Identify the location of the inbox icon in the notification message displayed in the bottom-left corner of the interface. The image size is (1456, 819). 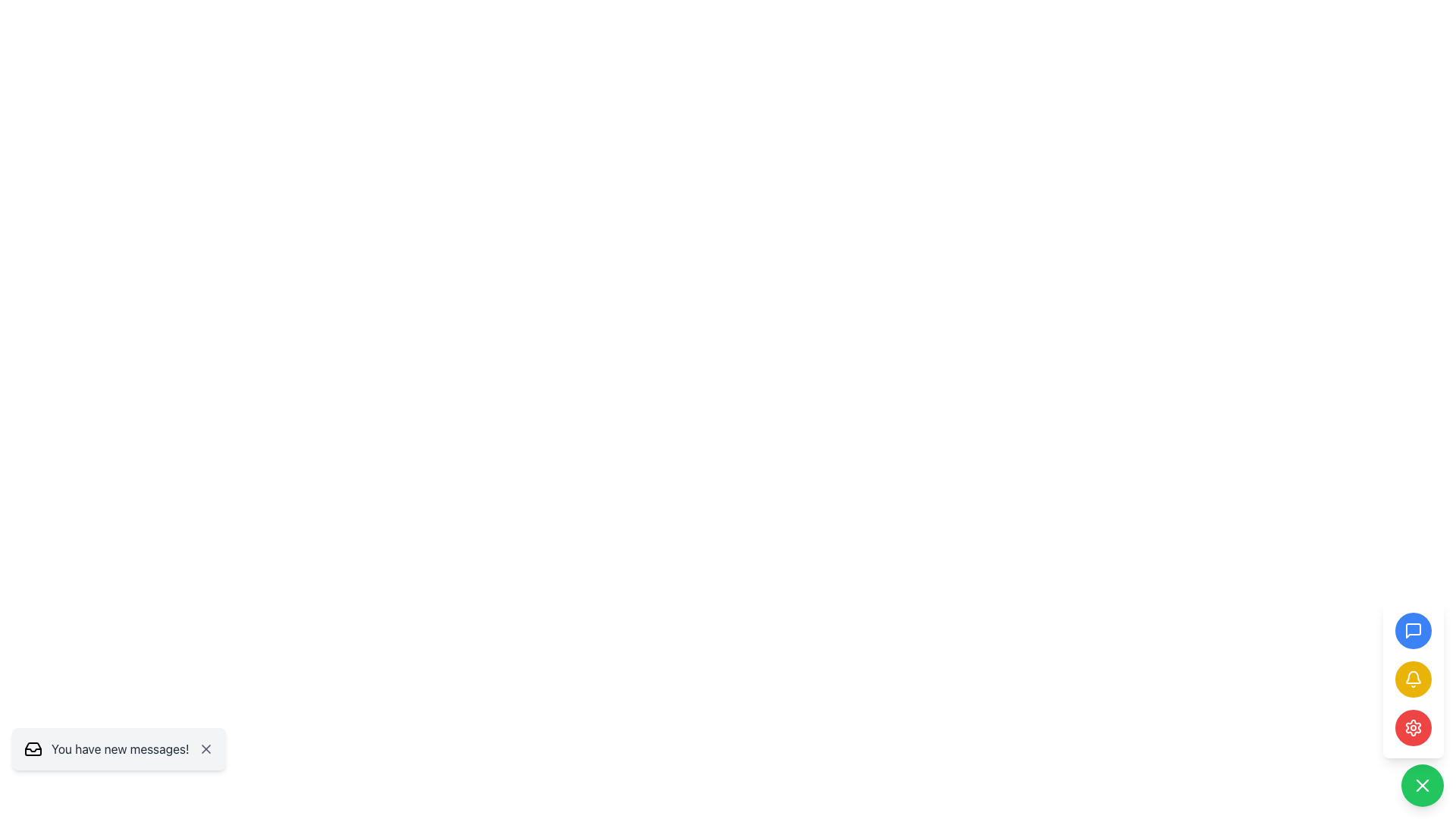
(33, 748).